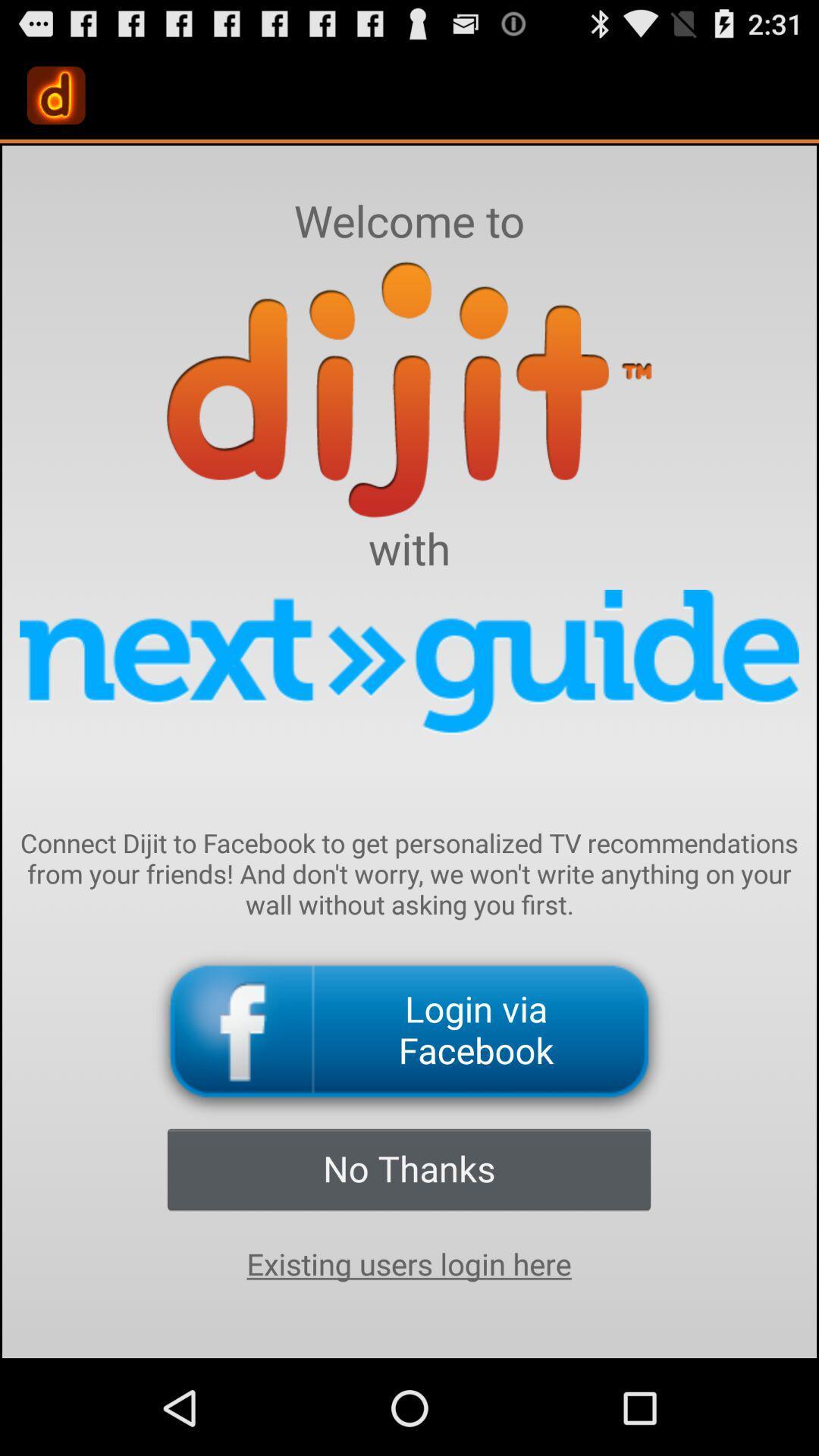 The image size is (819, 1456). I want to click on the icon above the existing users login item, so click(408, 1168).